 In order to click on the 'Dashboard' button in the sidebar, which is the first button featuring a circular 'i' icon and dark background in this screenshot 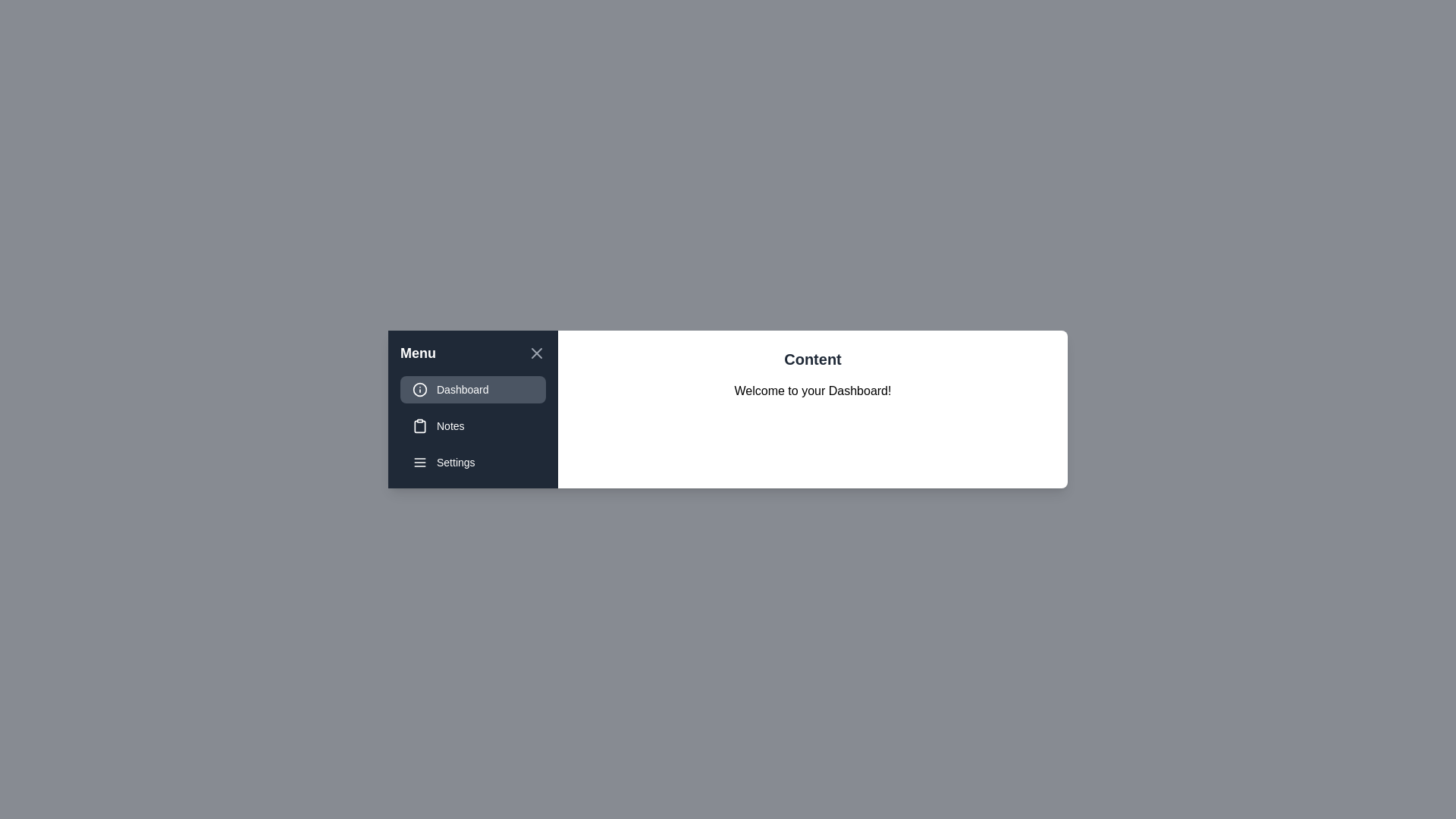, I will do `click(472, 388)`.